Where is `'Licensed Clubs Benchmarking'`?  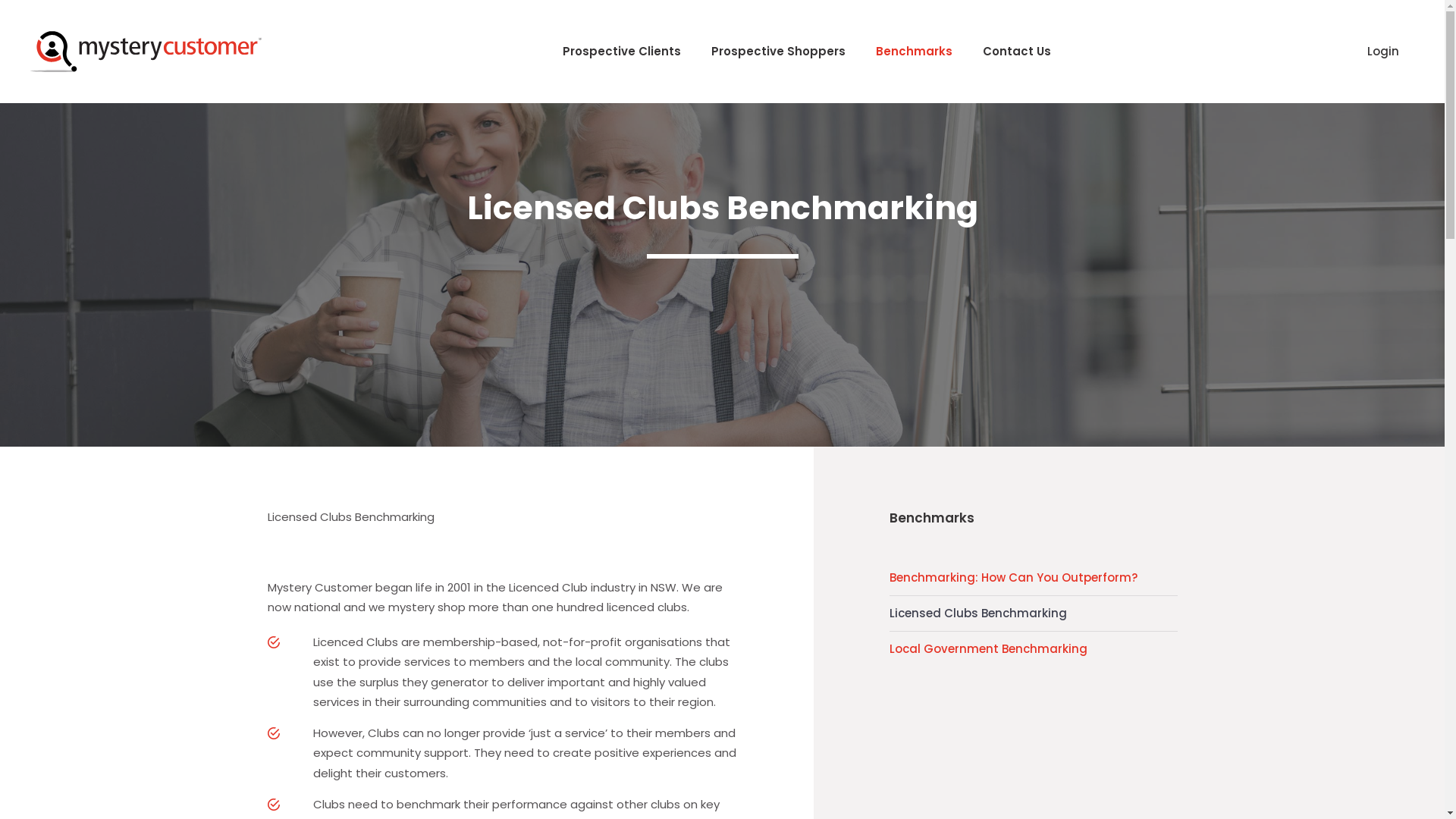 'Licensed Clubs Benchmarking' is located at coordinates (888, 613).